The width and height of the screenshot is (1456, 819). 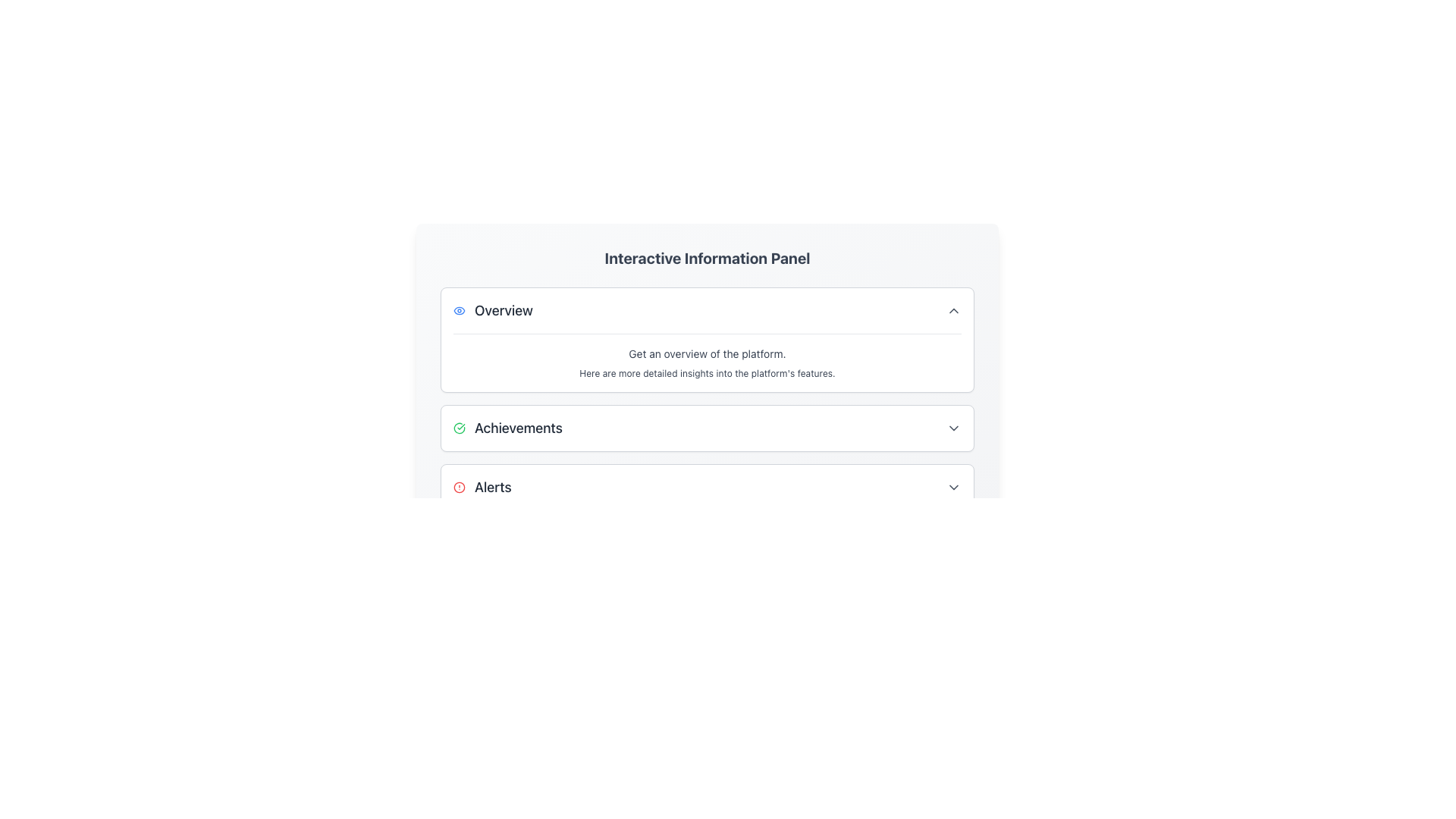 What do you see at coordinates (458, 488) in the screenshot?
I see `the alert icon located to the left of the 'Alerts' text label in the 'Interactive Information Panel'` at bounding box center [458, 488].